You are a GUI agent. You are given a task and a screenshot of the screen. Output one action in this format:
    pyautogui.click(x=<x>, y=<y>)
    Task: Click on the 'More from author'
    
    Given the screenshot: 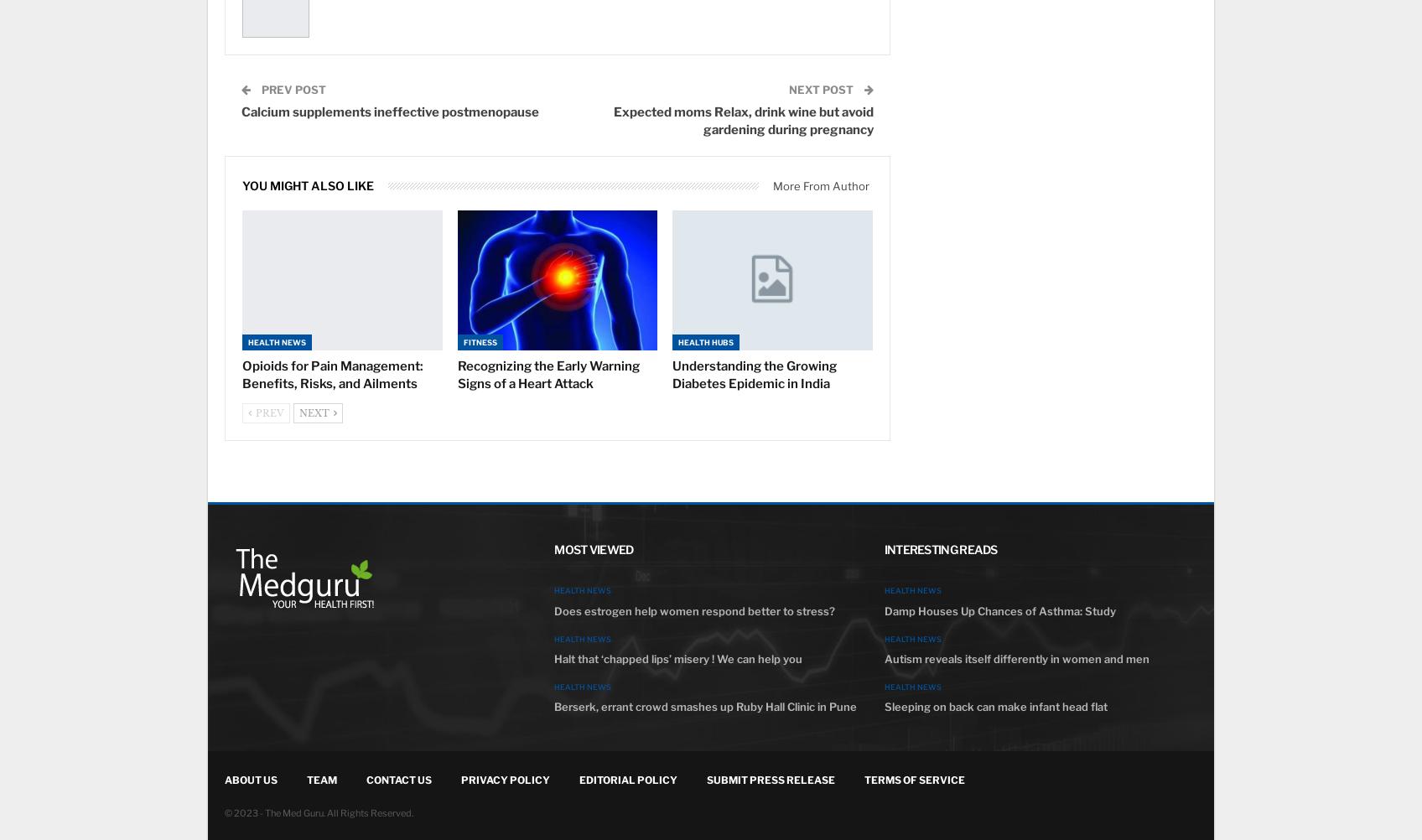 What is the action you would take?
    pyautogui.click(x=771, y=186)
    